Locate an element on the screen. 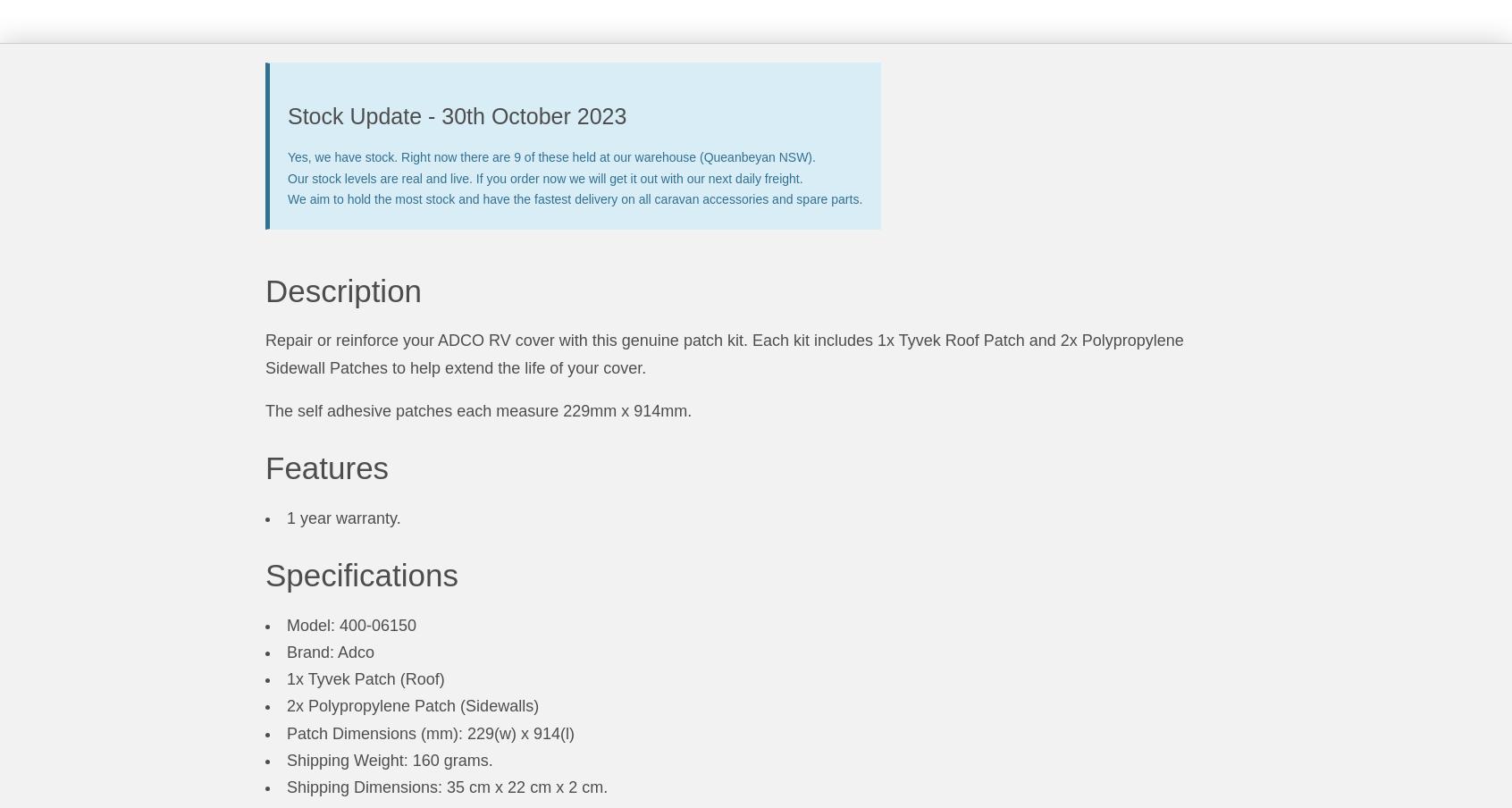 The width and height of the screenshot is (1512, 808). 'Patch Dimensions (mm): 229(w) x 914(l)' is located at coordinates (285, 732).